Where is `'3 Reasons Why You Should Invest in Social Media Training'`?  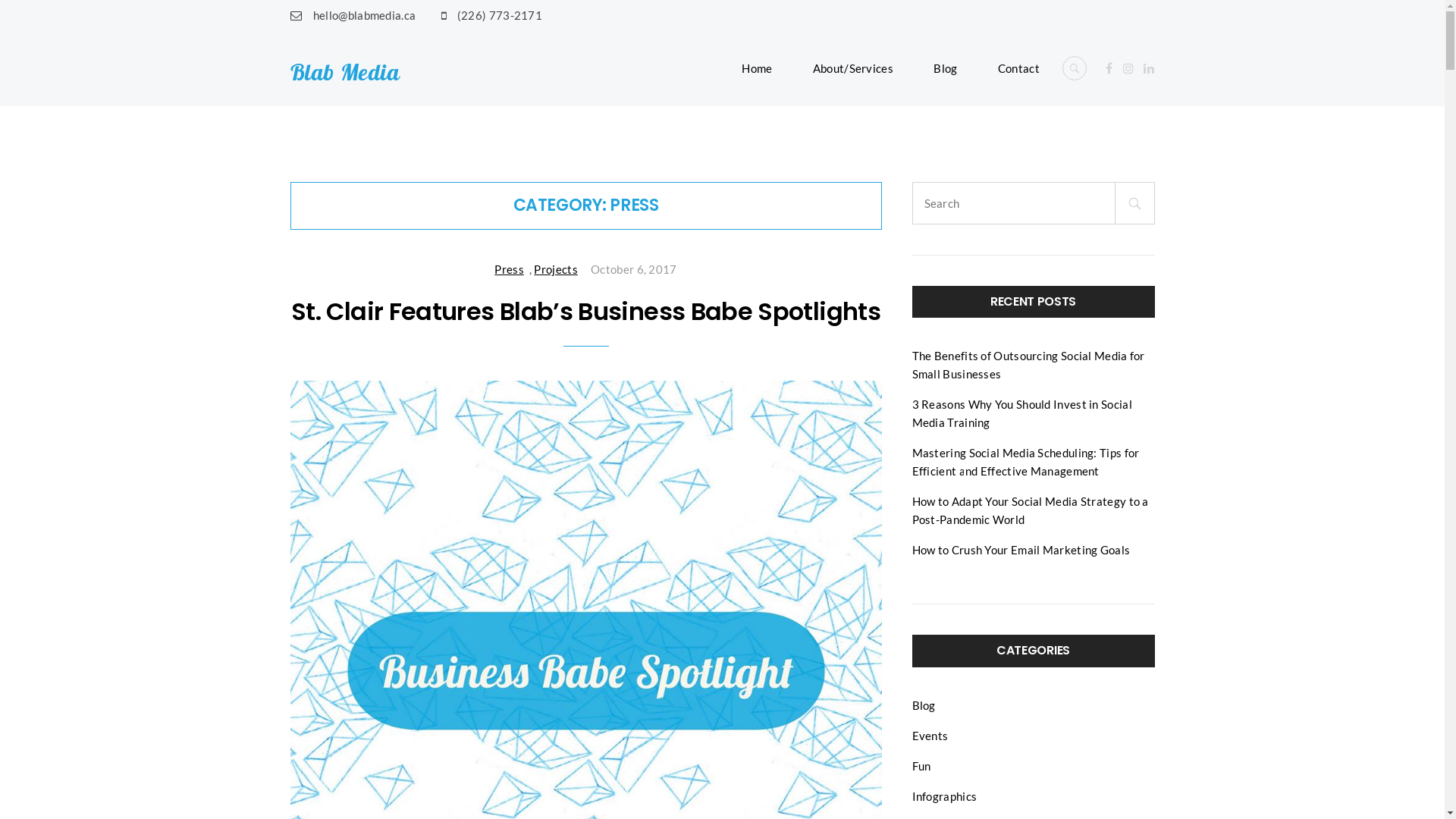
'3 Reasons Why You Should Invest in Social Media Training' is located at coordinates (1021, 413).